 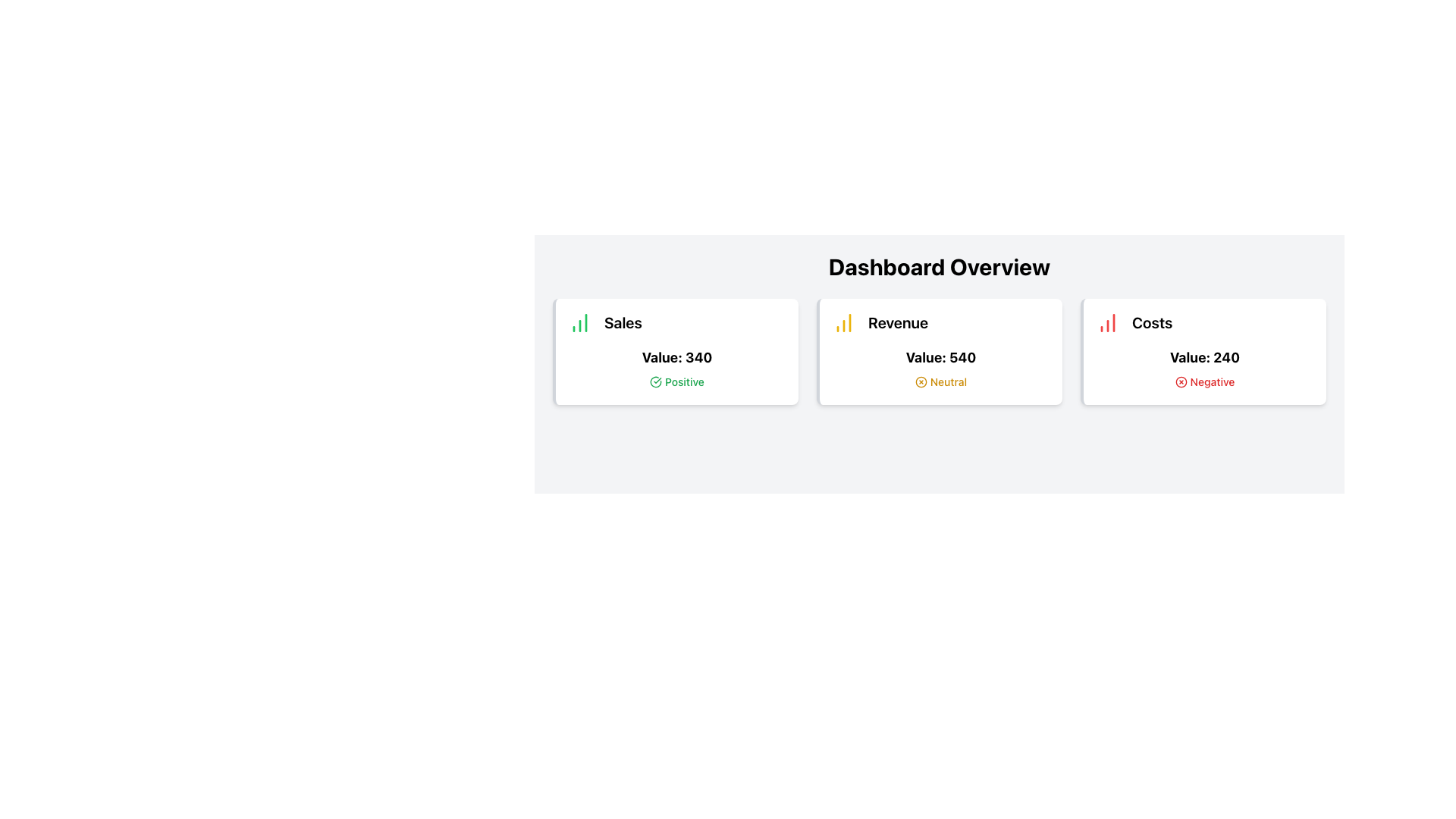 I want to click on the 'Negative' status indicator located at the bottom-right corner of the 'Costs' card, so click(x=1203, y=381).